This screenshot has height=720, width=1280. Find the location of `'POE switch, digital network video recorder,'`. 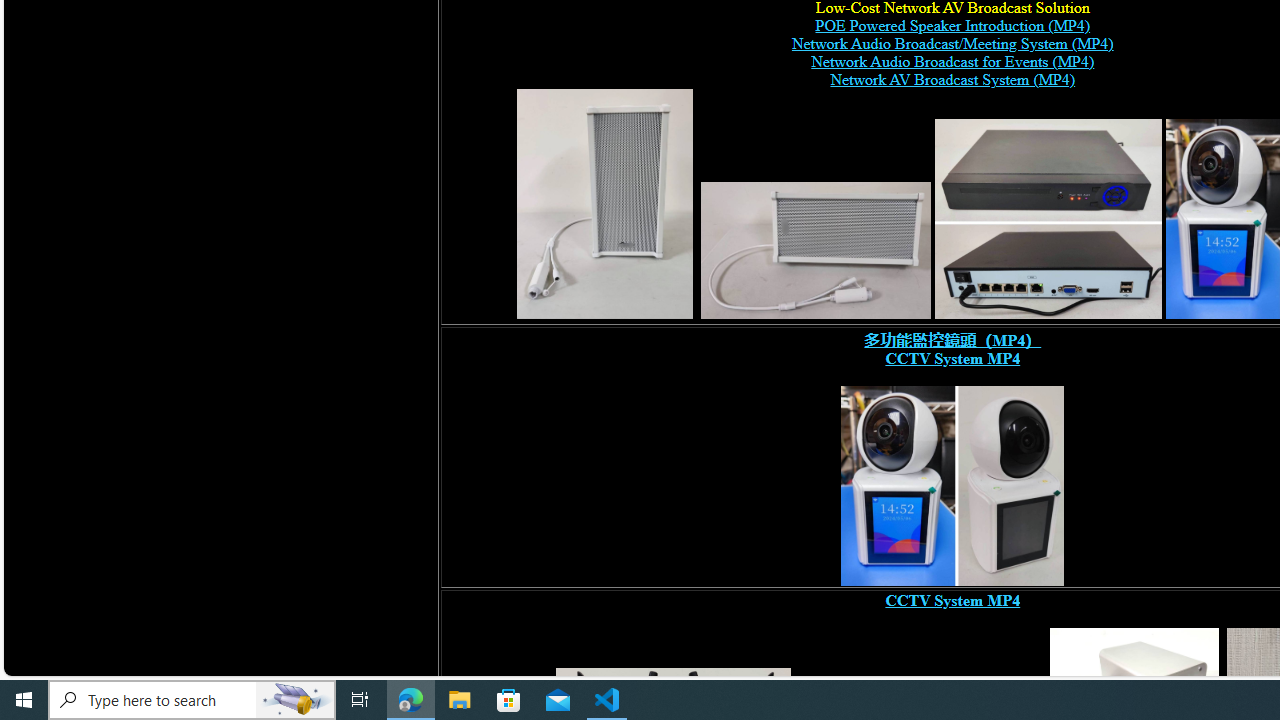

'POE switch, digital network video recorder,' is located at coordinates (1047, 219).